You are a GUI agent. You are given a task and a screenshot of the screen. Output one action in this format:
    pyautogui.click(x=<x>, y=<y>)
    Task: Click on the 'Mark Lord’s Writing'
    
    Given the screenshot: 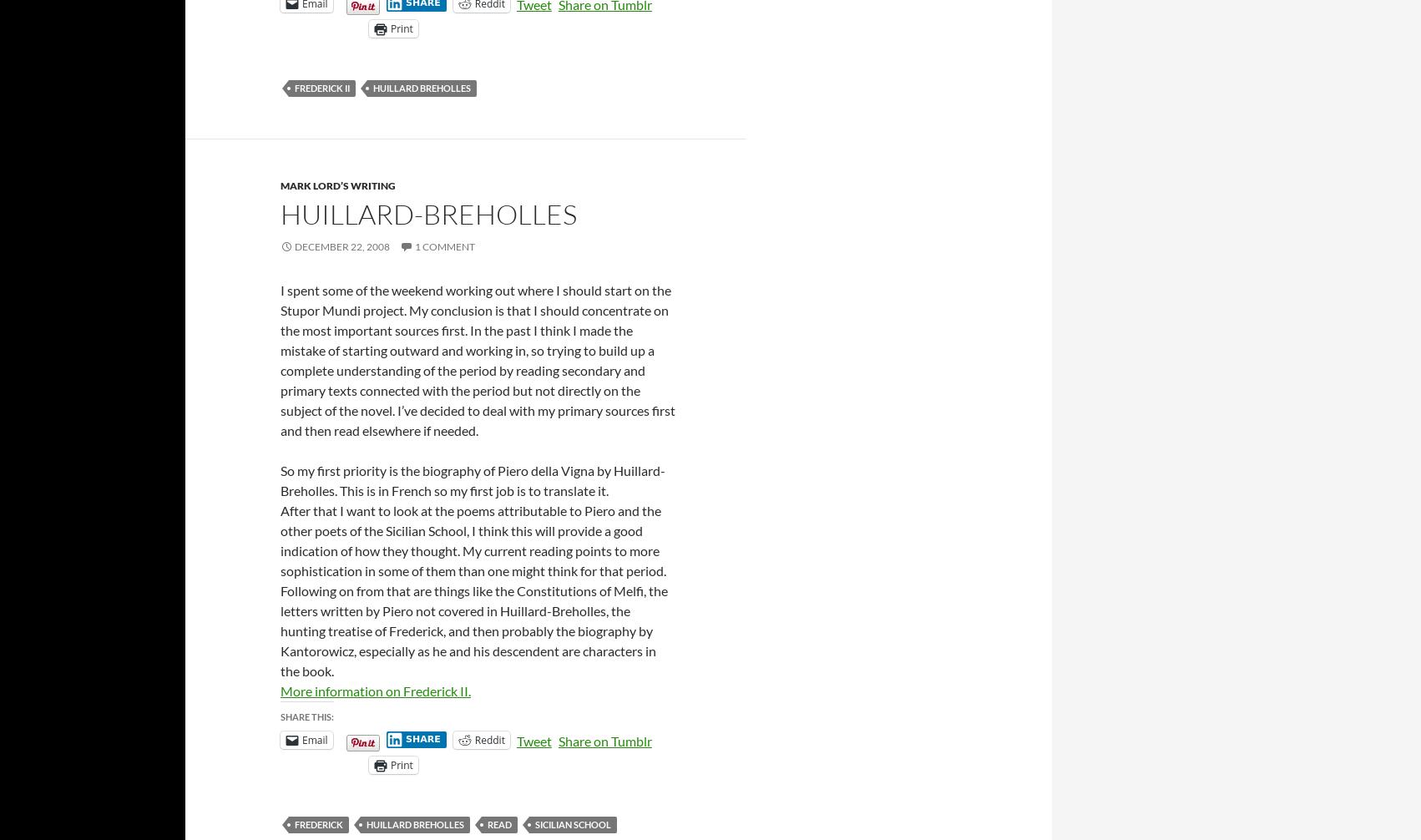 What is the action you would take?
    pyautogui.click(x=338, y=185)
    